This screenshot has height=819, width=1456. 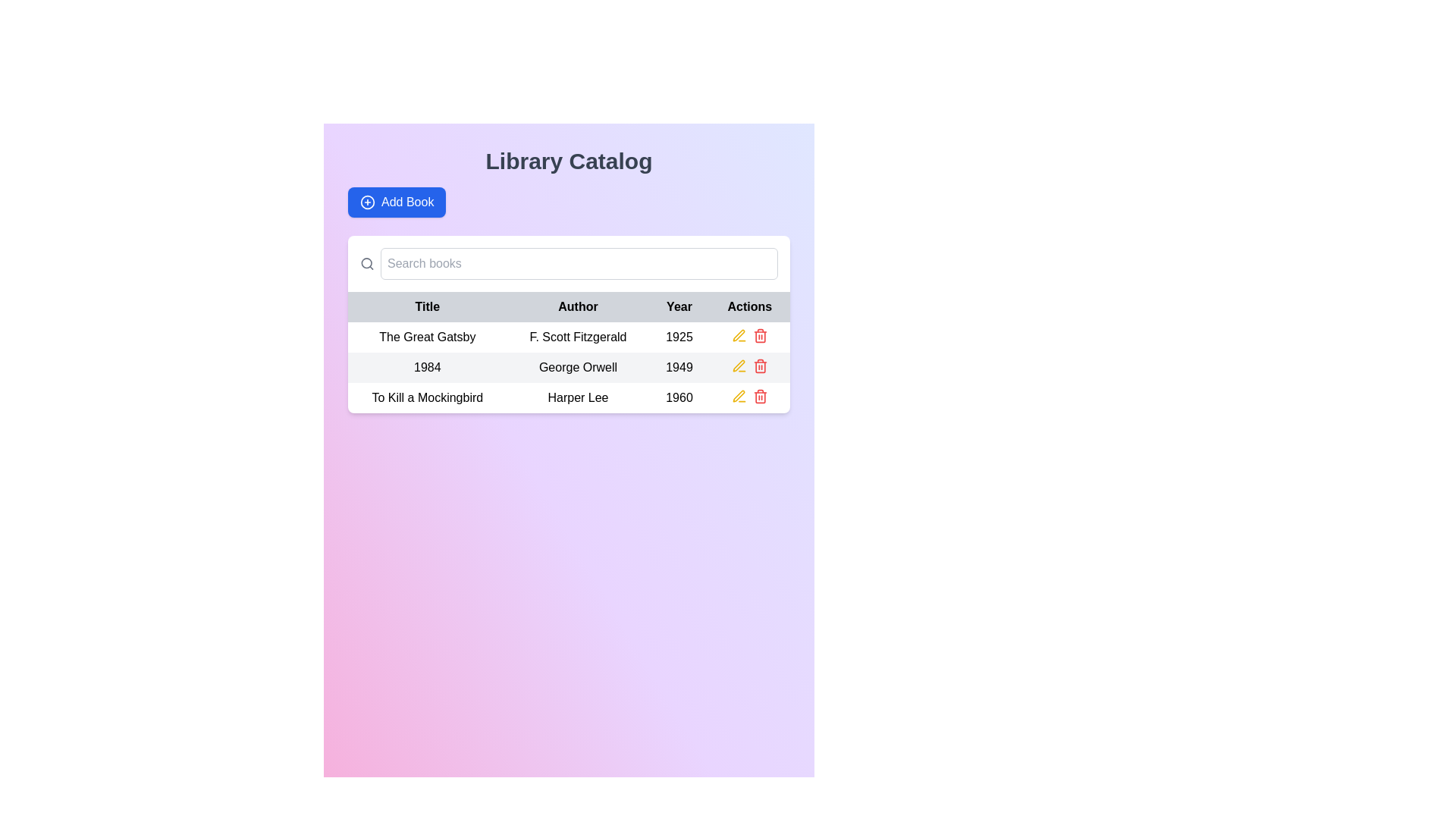 I want to click on the yellow pencil icon in the 'Actions' column of the second row associated with the title '1984', so click(x=739, y=396).